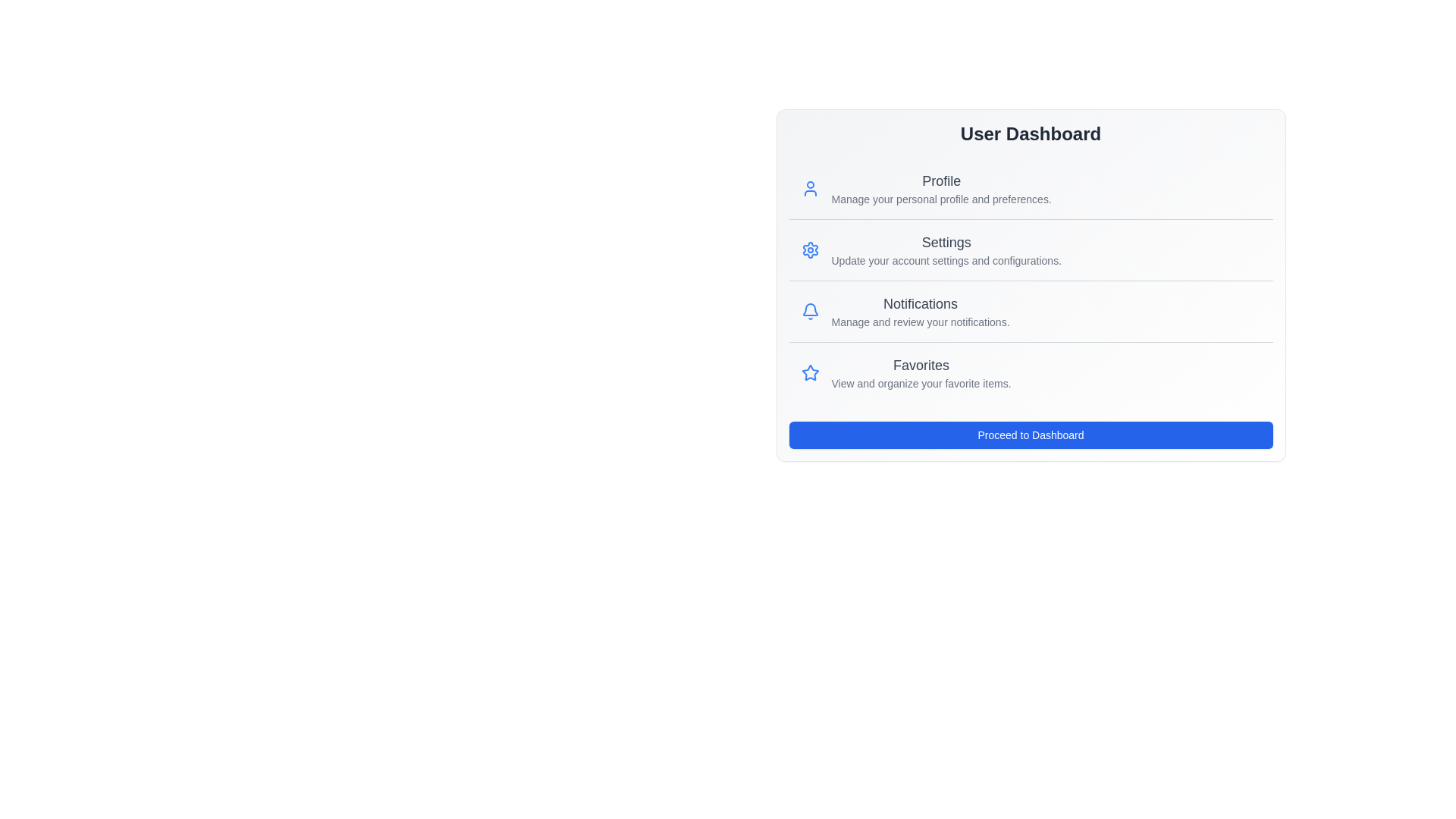  What do you see at coordinates (809, 188) in the screenshot?
I see `the profile icon located to the left of the 'Profile' text in the 'User Dashboard' panel` at bounding box center [809, 188].